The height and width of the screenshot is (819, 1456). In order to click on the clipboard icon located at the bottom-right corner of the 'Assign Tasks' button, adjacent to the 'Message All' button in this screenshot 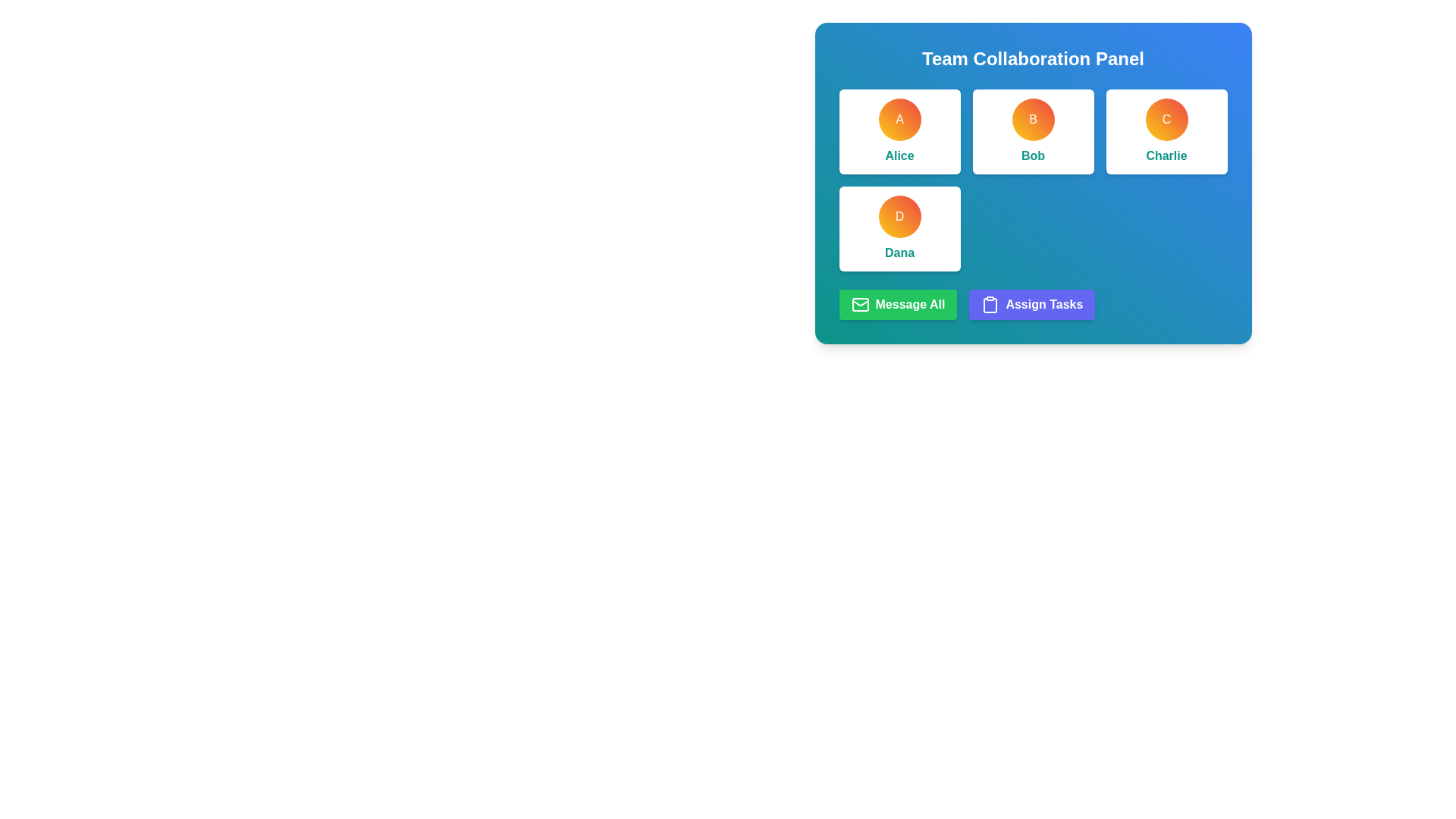, I will do `click(990, 304)`.